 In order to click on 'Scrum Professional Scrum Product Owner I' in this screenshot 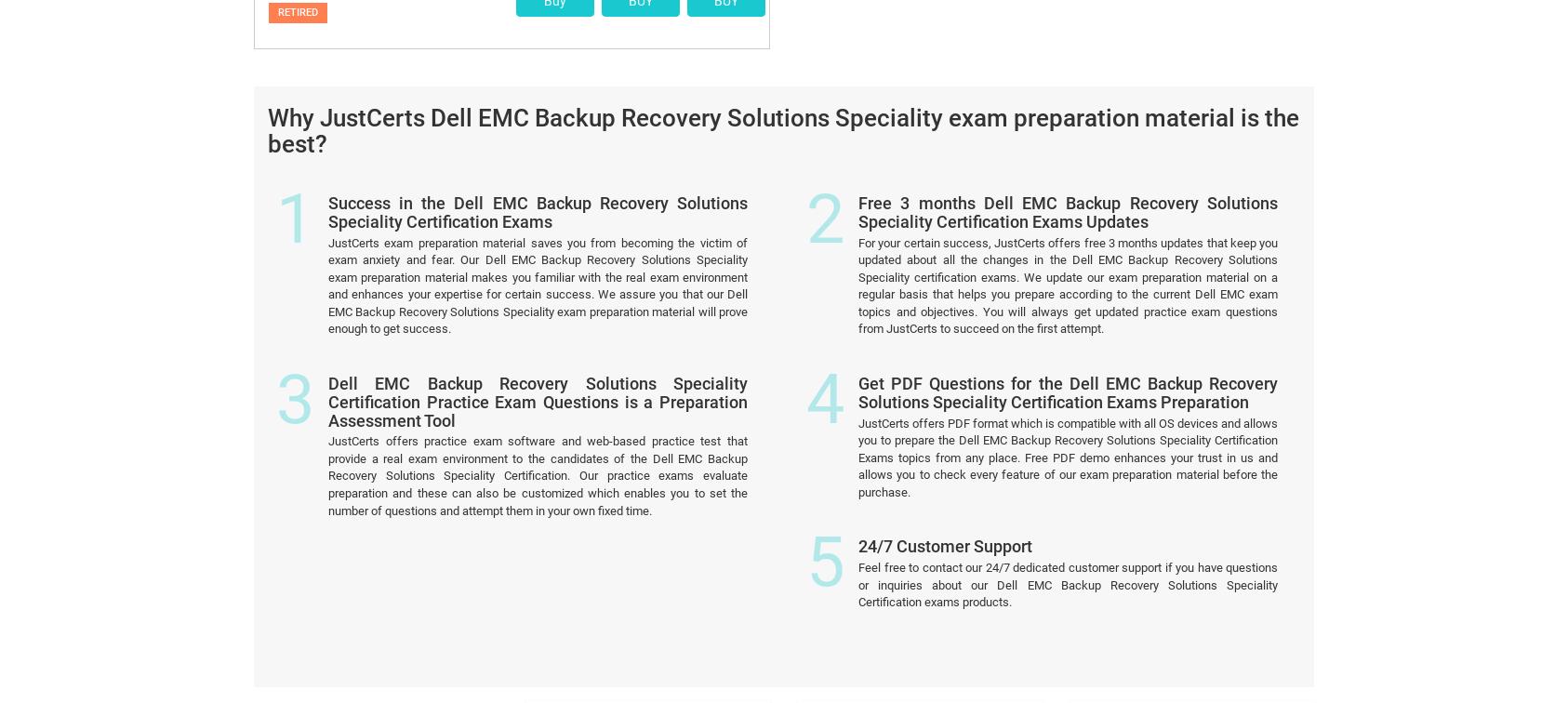, I will do `click(643, 526)`.